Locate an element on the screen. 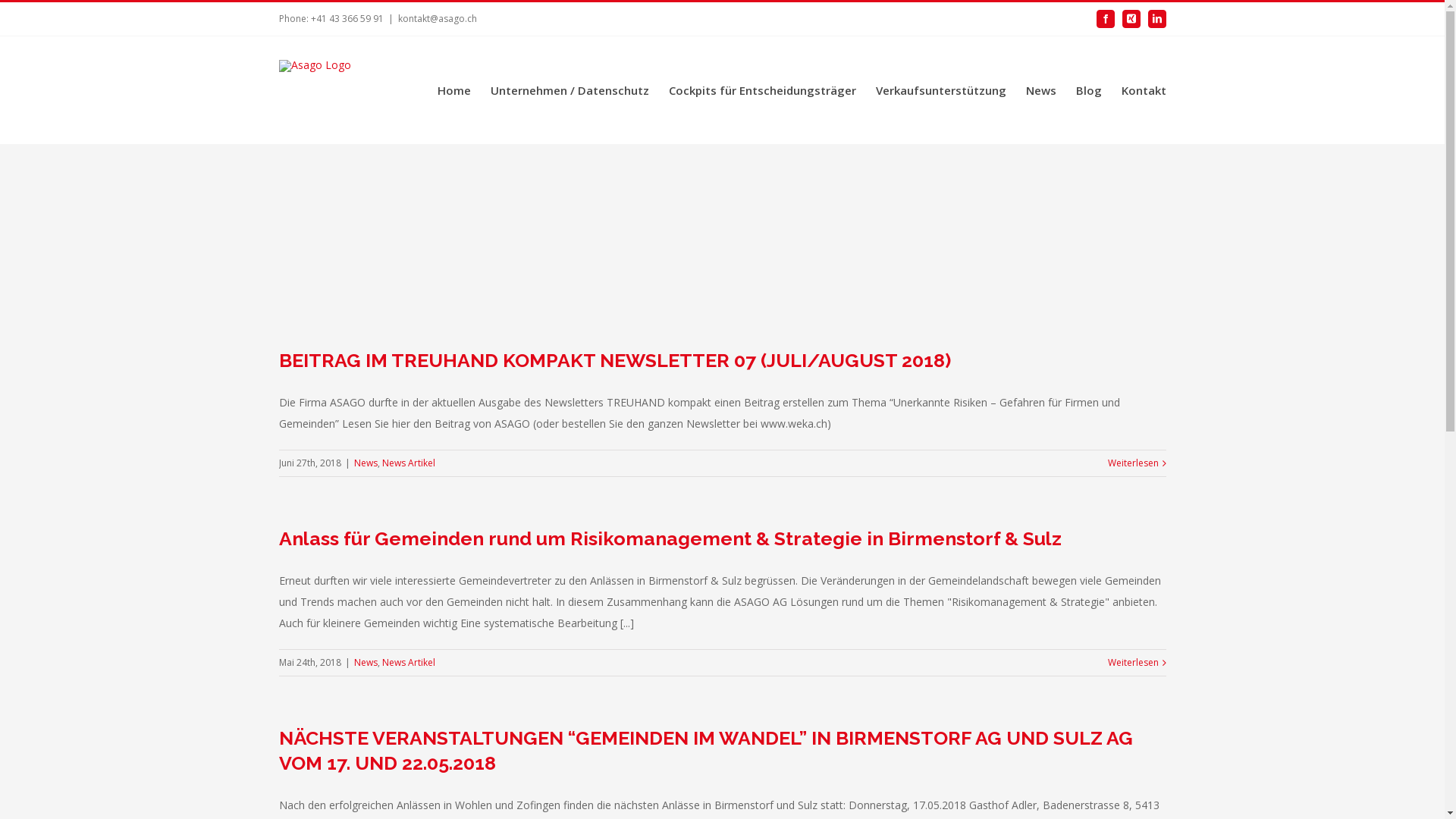 The height and width of the screenshot is (819, 1456). 'Weiterlesen' is located at coordinates (1132, 662).